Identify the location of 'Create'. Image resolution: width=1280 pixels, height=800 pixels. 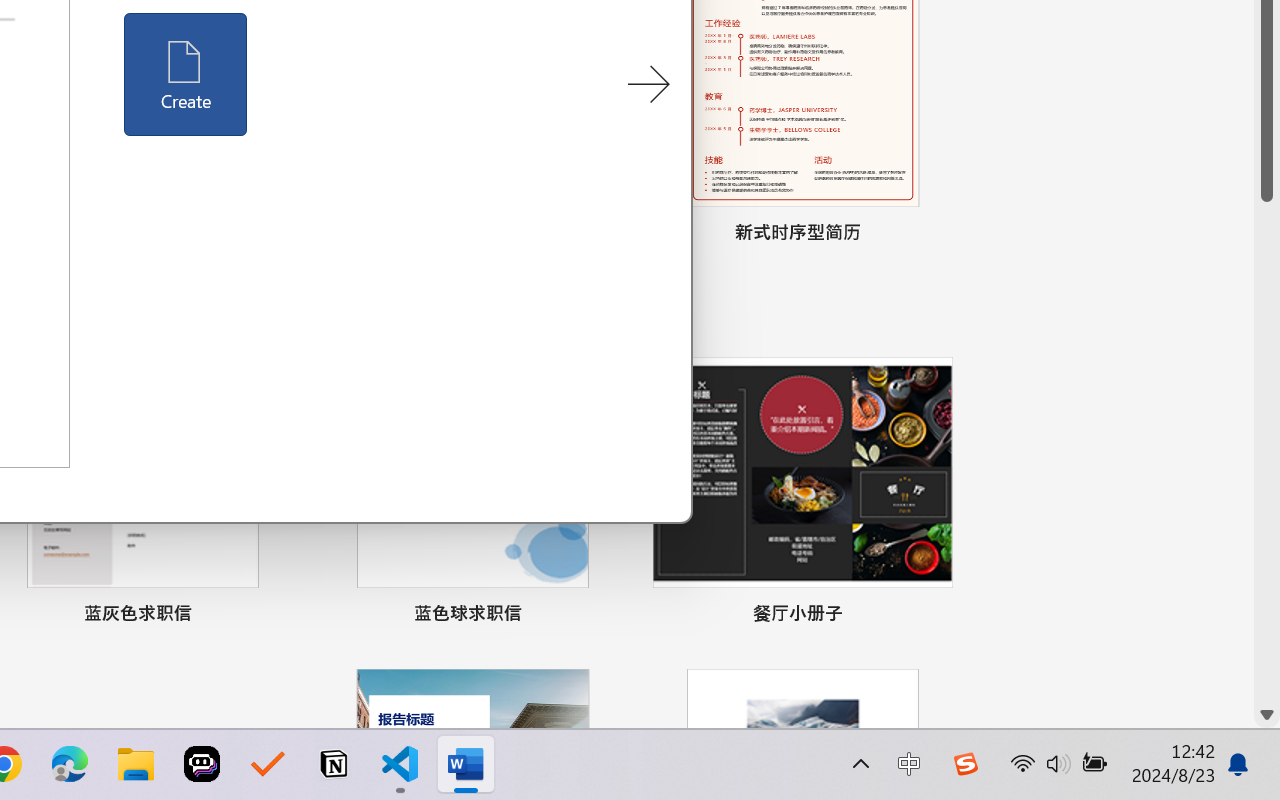
(185, 74).